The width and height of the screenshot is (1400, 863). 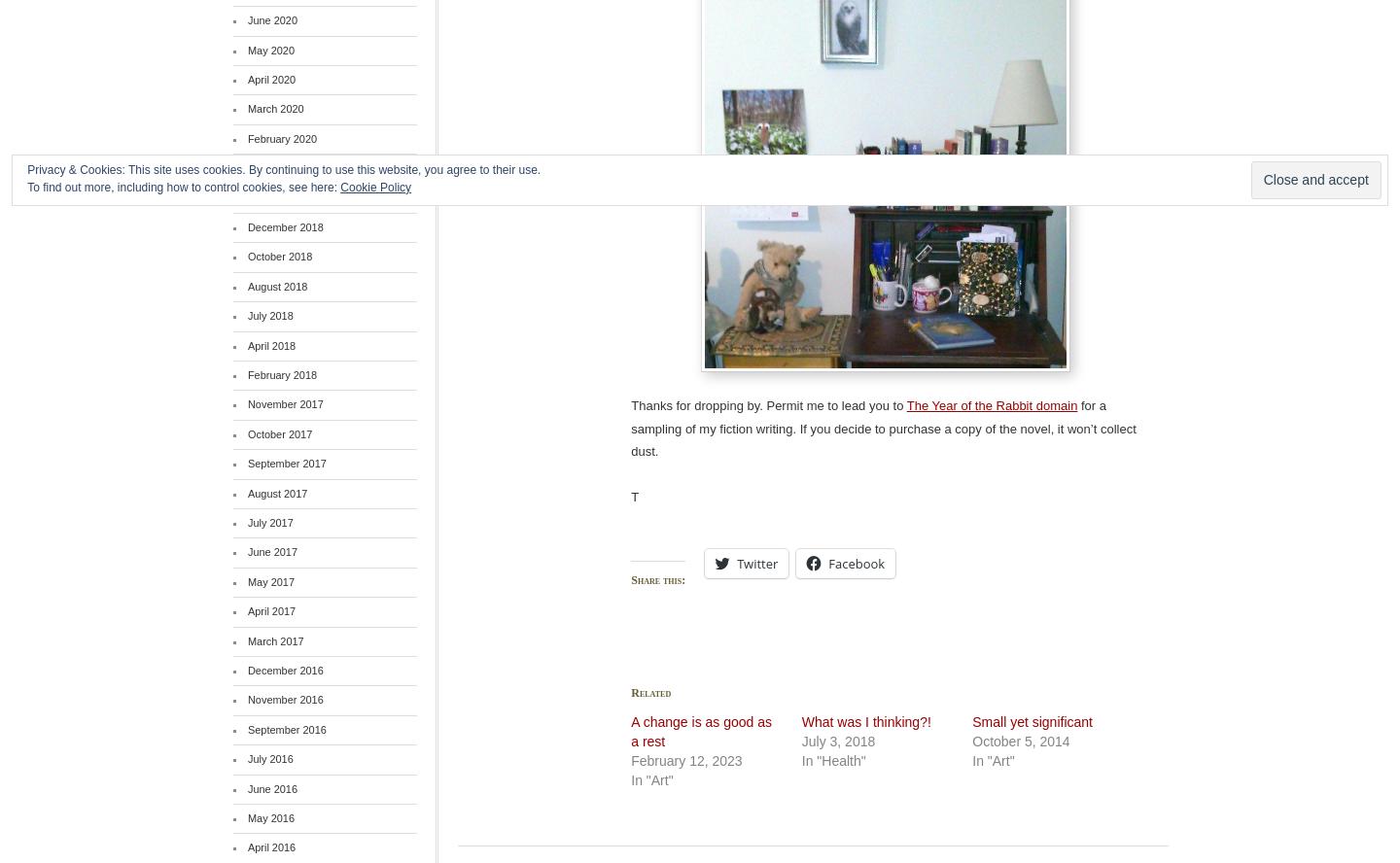 I want to click on 'October 2017', so click(x=278, y=433).